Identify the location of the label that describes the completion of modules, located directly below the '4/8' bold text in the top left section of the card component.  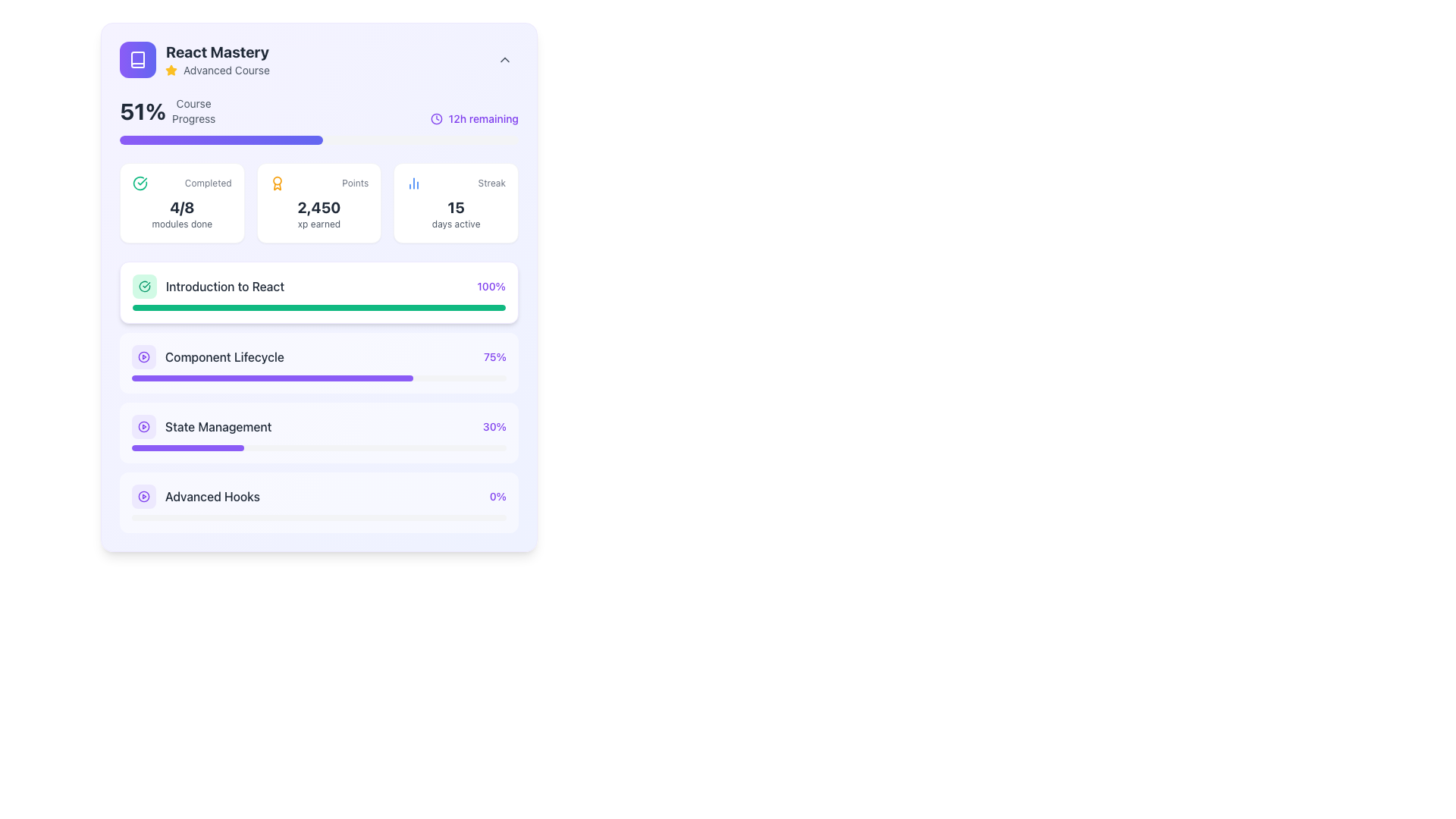
(182, 224).